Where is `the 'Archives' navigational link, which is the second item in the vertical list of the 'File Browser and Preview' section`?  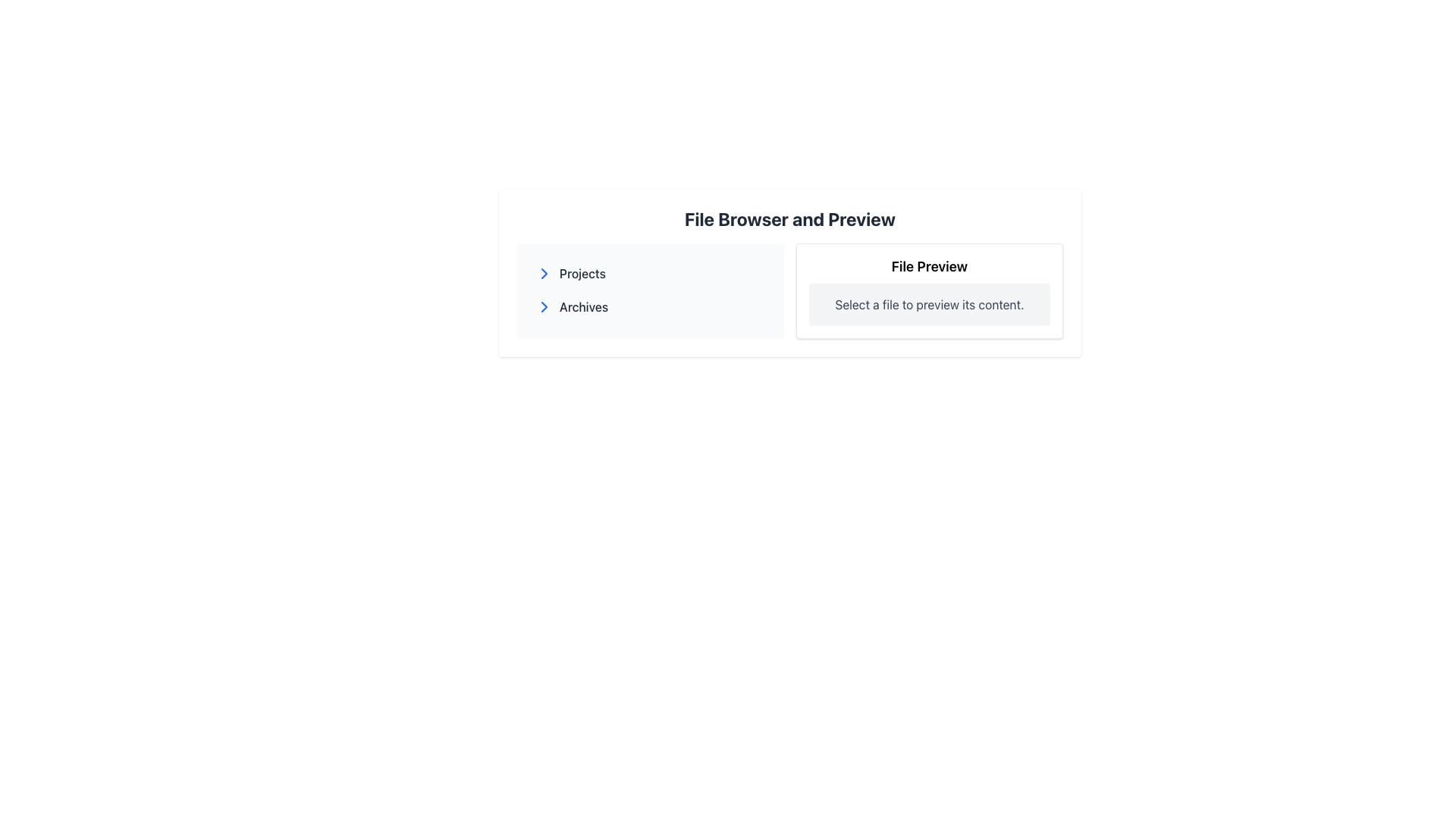
the 'Archives' navigational link, which is the second item in the vertical list of the 'File Browser and Preview' section is located at coordinates (651, 307).